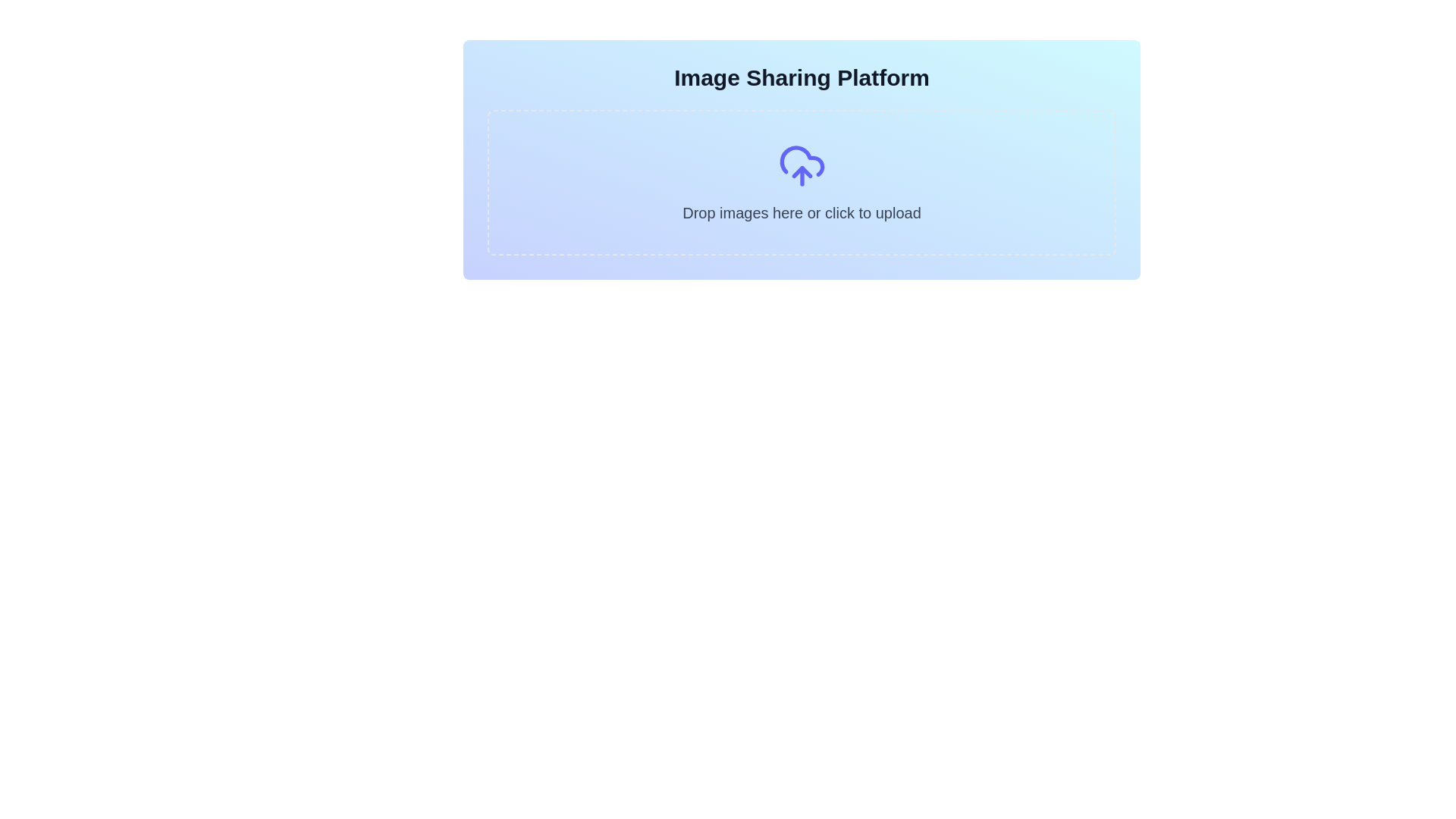  What do you see at coordinates (801, 78) in the screenshot?
I see `the static header text at the top center of the image-sharing platform, indicating the purpose of the interface` at bounding box center [801, 78].